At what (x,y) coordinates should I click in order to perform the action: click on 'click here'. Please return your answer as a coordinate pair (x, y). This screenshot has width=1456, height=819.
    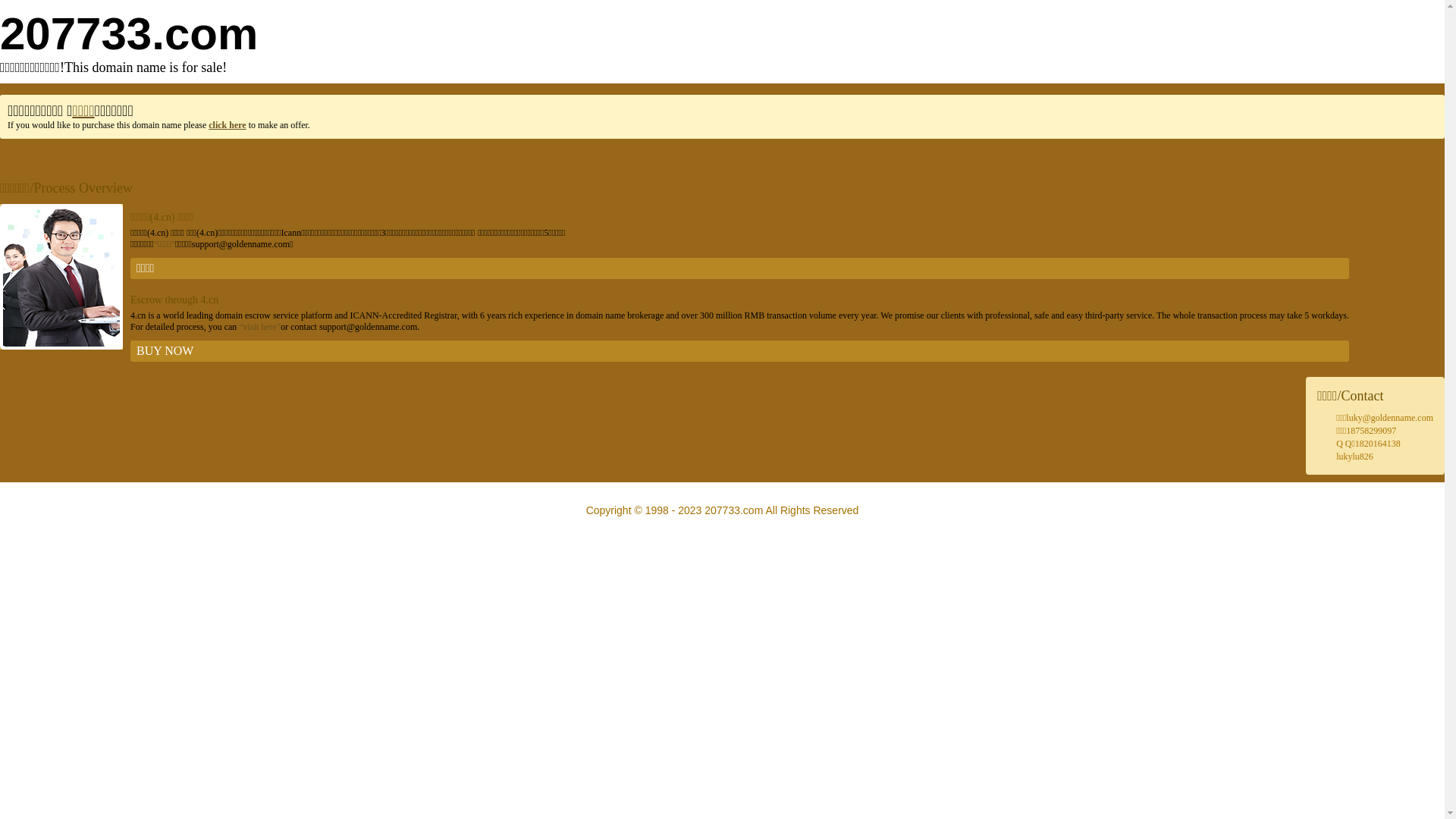
    Looking at the image, I should click on (226, 124).